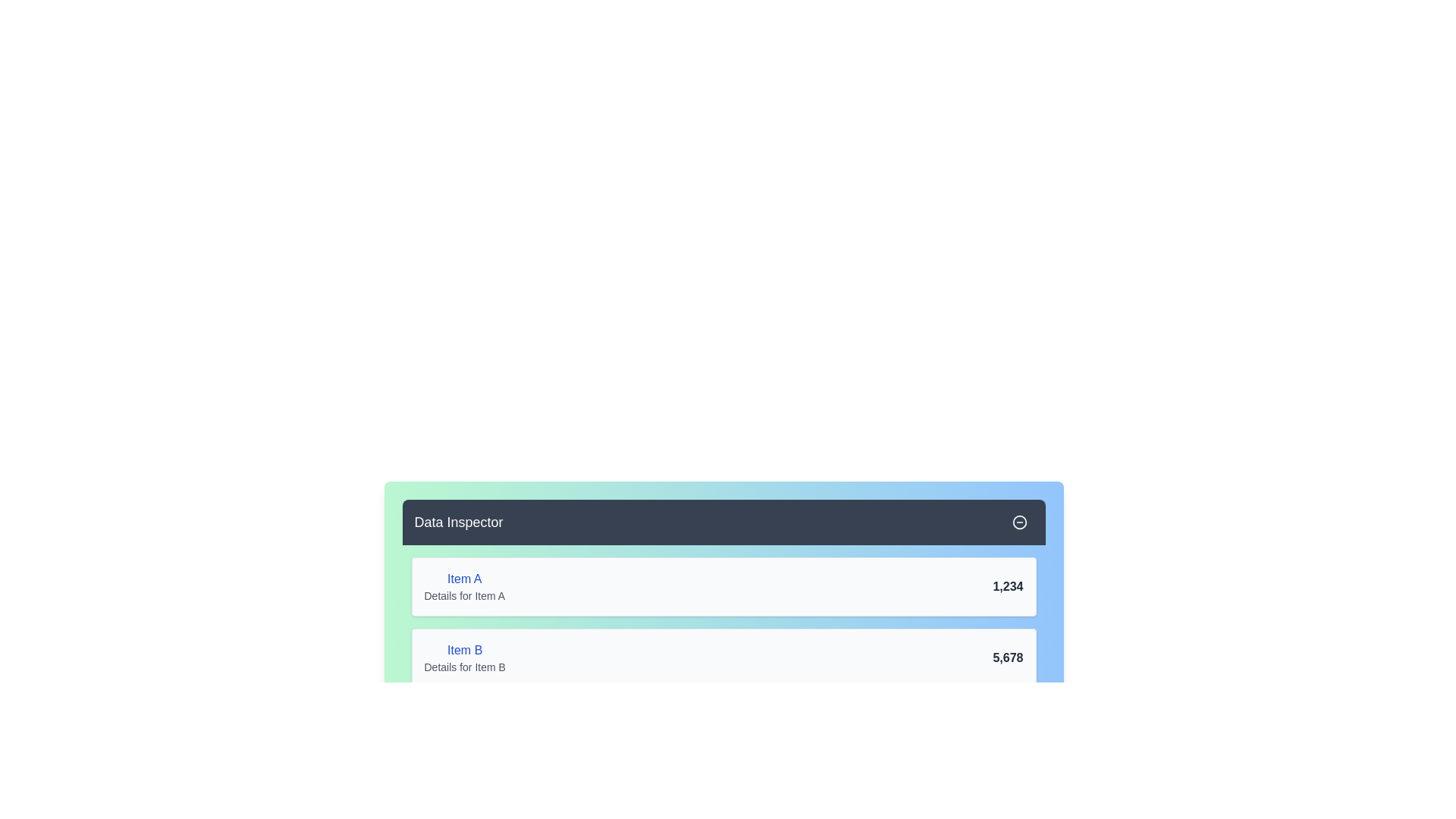 The height and width of the screenshot is (819, 1456). Describe the element at coordinates (1019, 522) in the screenshot. I see `the close button with a minus icon located at the far right of the 'Data Inspector' header bar` at that location.